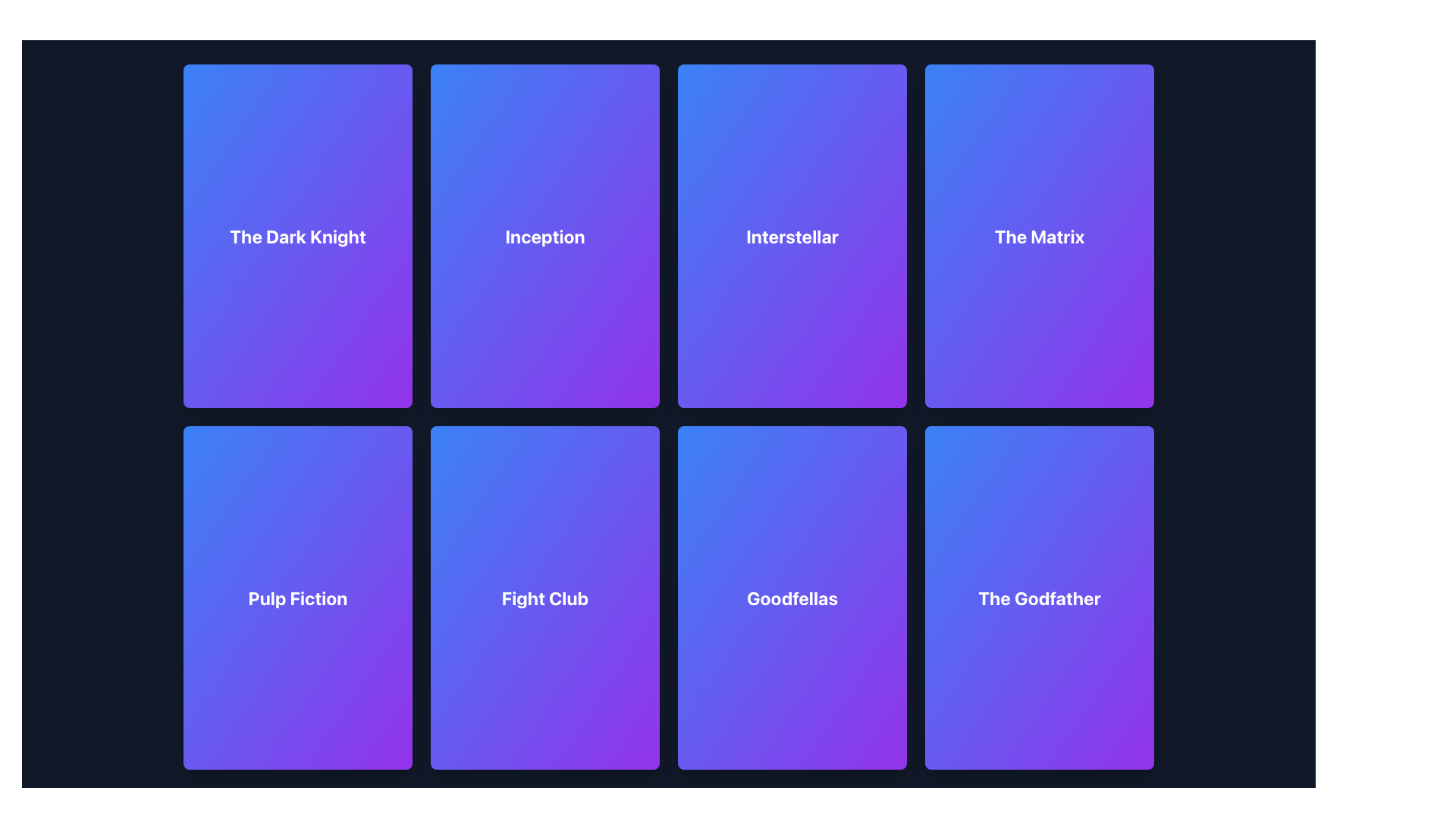 The image size is (1456, 819). Describe the element at coordinates (792, 236) in the screenshot. I see `the 'Interstellar' label located in the third card of the first row` at that location.